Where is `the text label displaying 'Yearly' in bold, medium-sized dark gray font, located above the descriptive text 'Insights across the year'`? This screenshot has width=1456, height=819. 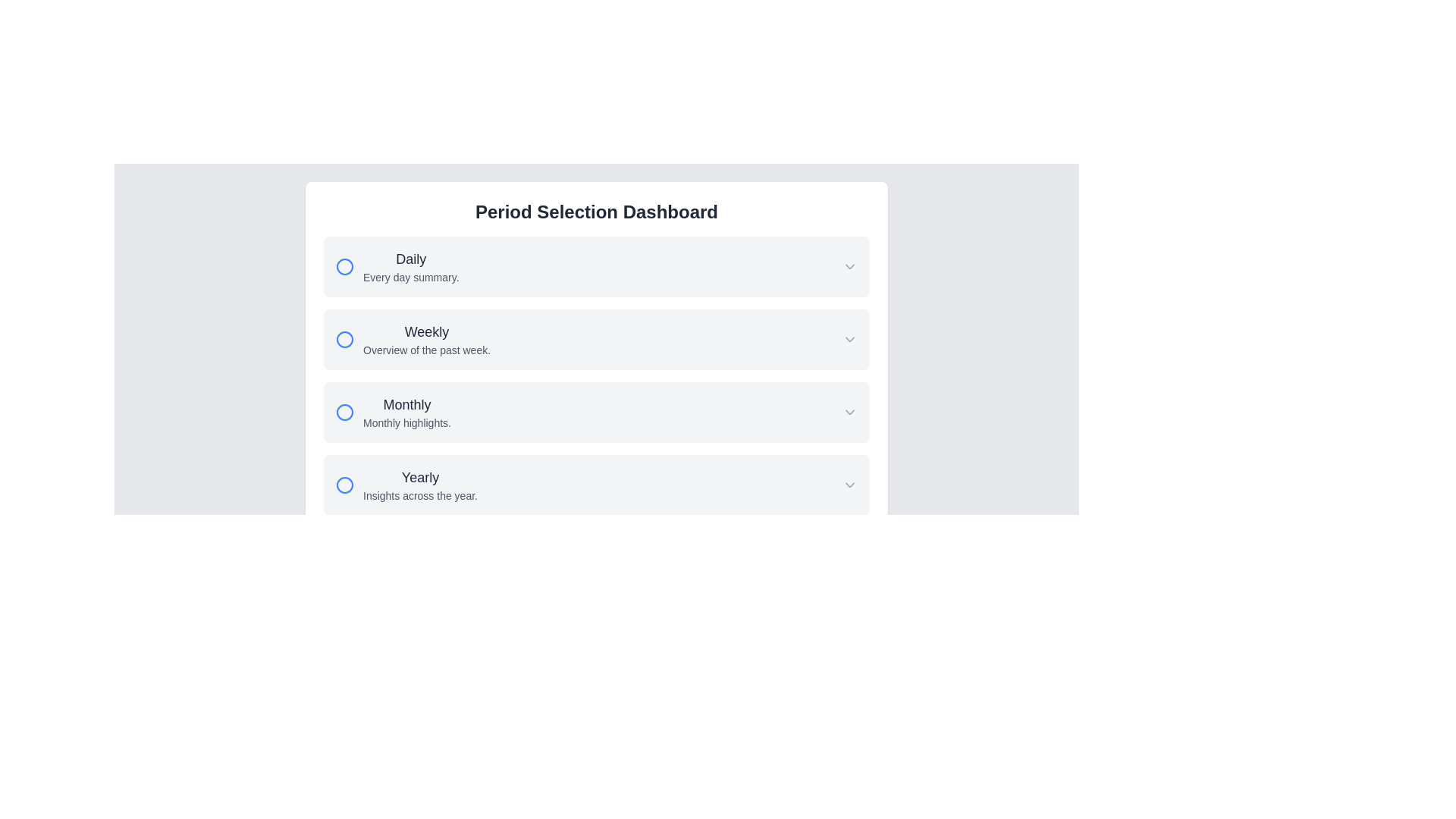 the text label displaying 'Yearly' in bold, medium-sized dark gray font, located above the descriptive text 'Insights across the year' is located at coordinates (420, 476).